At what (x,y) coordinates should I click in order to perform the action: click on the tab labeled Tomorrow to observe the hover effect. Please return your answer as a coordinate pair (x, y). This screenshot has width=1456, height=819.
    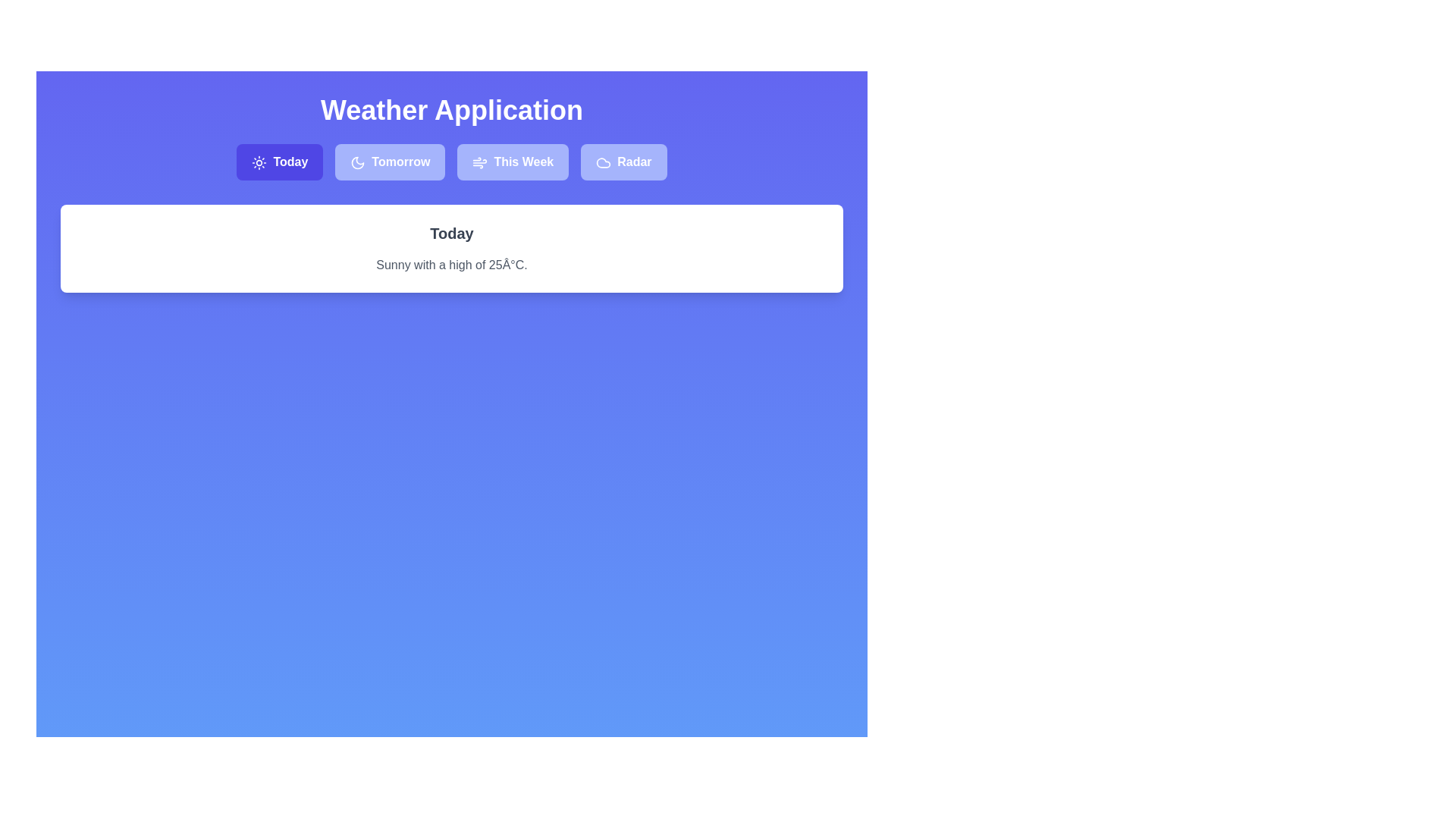
    Looking at the image, I should click on (390, 162).